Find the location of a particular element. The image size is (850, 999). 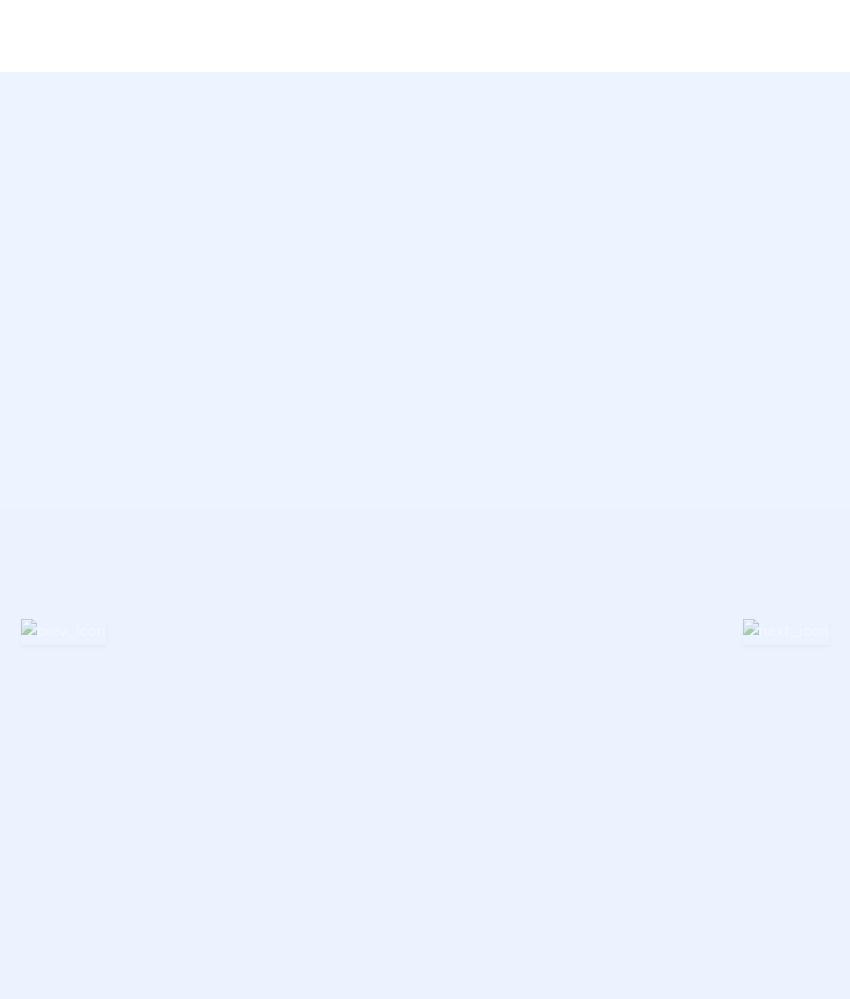

'GET IT ON' is located at coordinates (221, 279).